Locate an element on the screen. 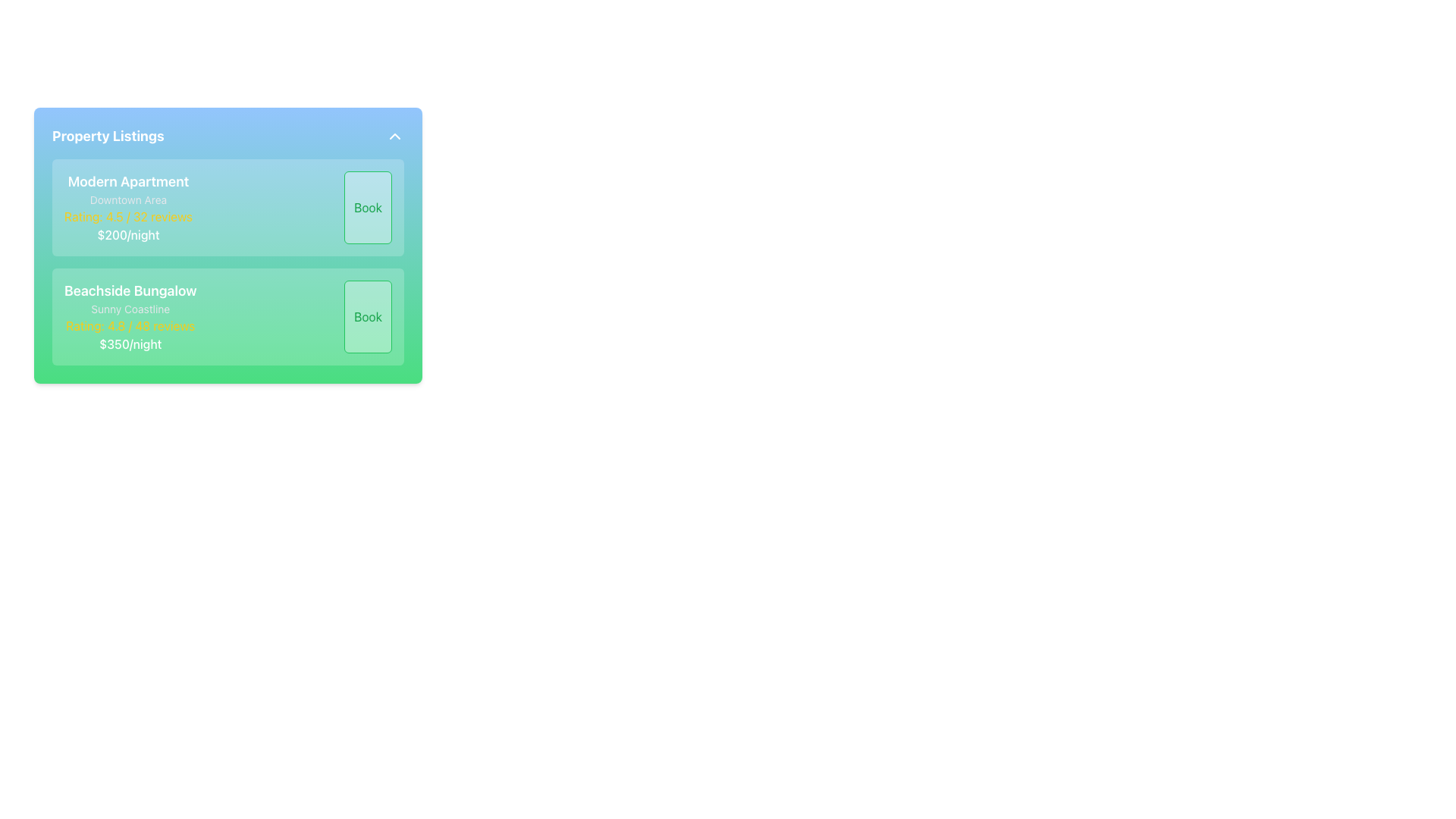 The image size is (1456, 819). the static text label indicating 'Modern Apartment', which is positioned below the title and above the rating summary in the listing card is located at coordinates (128, 199).